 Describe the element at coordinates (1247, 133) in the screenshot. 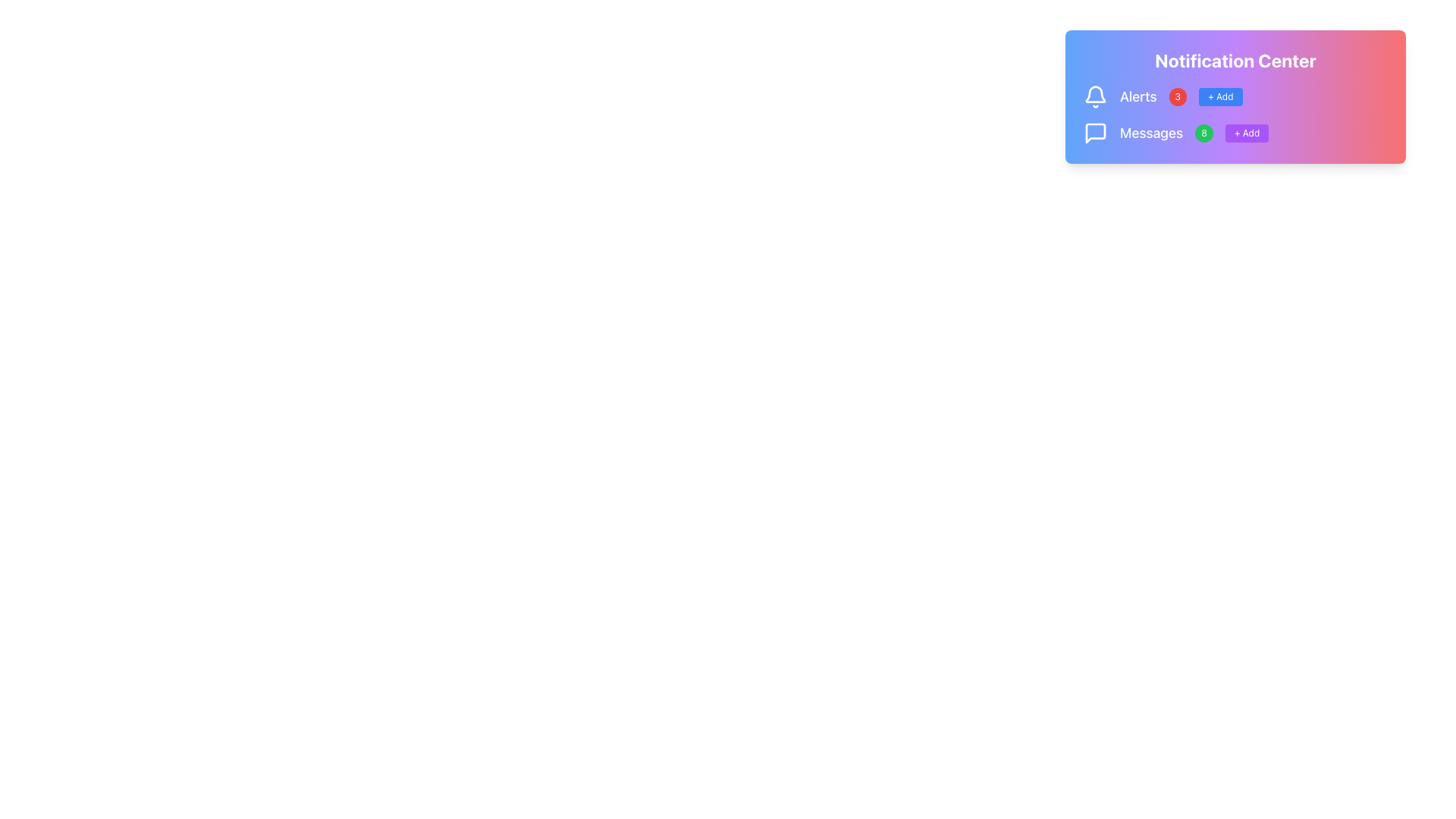

I see `the add button located in the 'Messages' section of the 'Notification Center', positioned to the right of the green badge with the number '8'` at that location.